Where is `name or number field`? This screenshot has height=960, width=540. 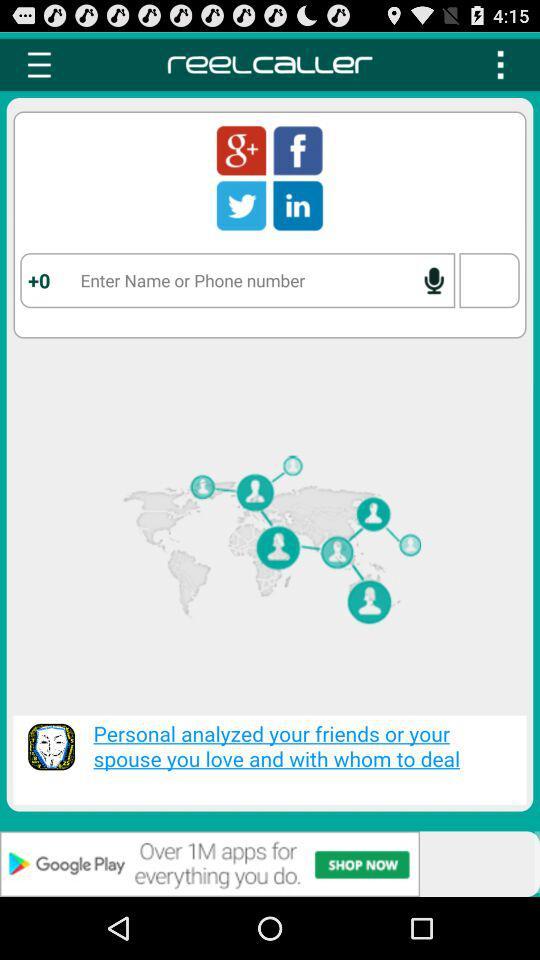
name or number field is located at coordinates (237, 279).